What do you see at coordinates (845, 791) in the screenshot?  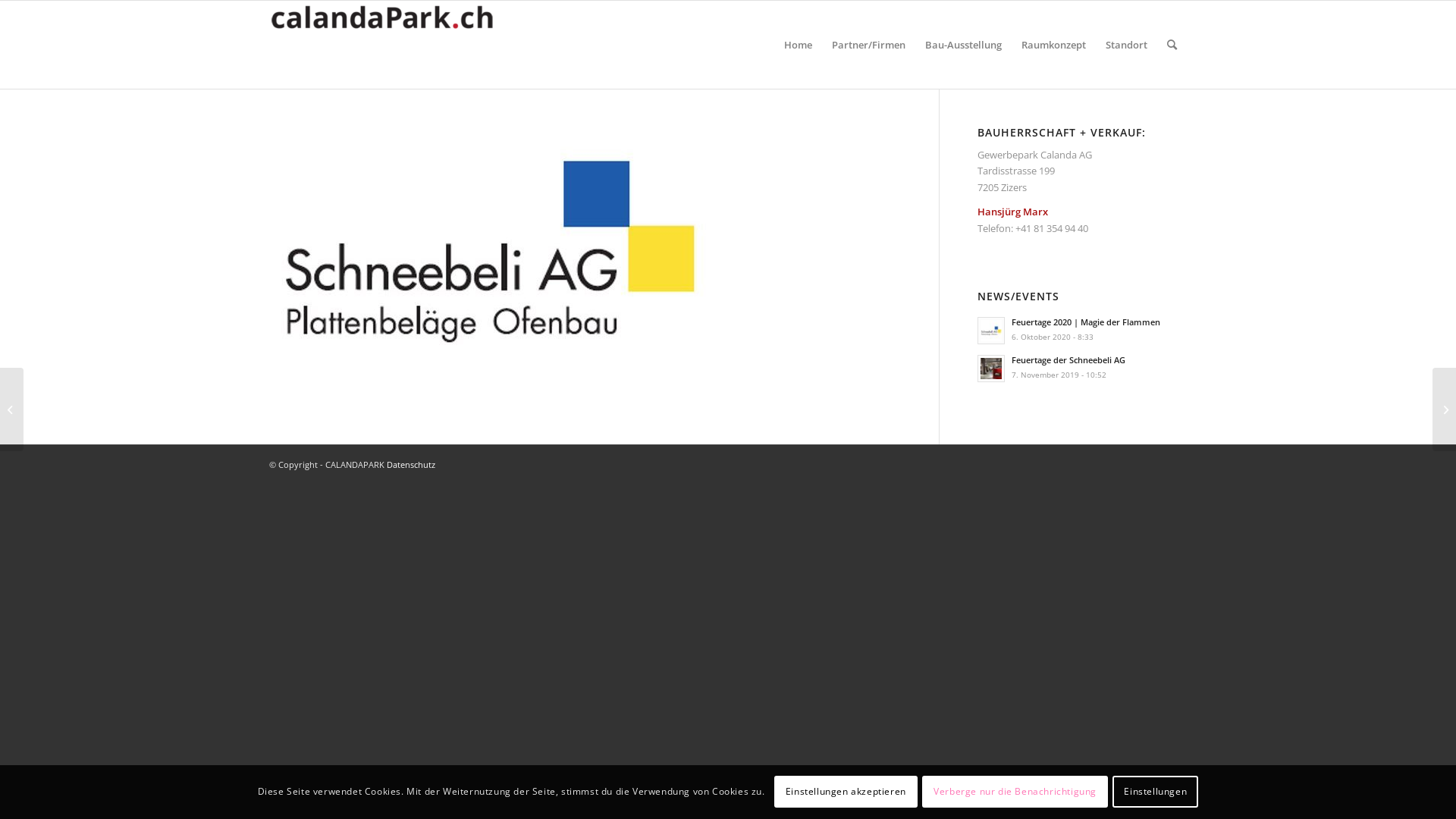 I see `'Einstellungen akzeptieren'` at bounding box center [845, 791].